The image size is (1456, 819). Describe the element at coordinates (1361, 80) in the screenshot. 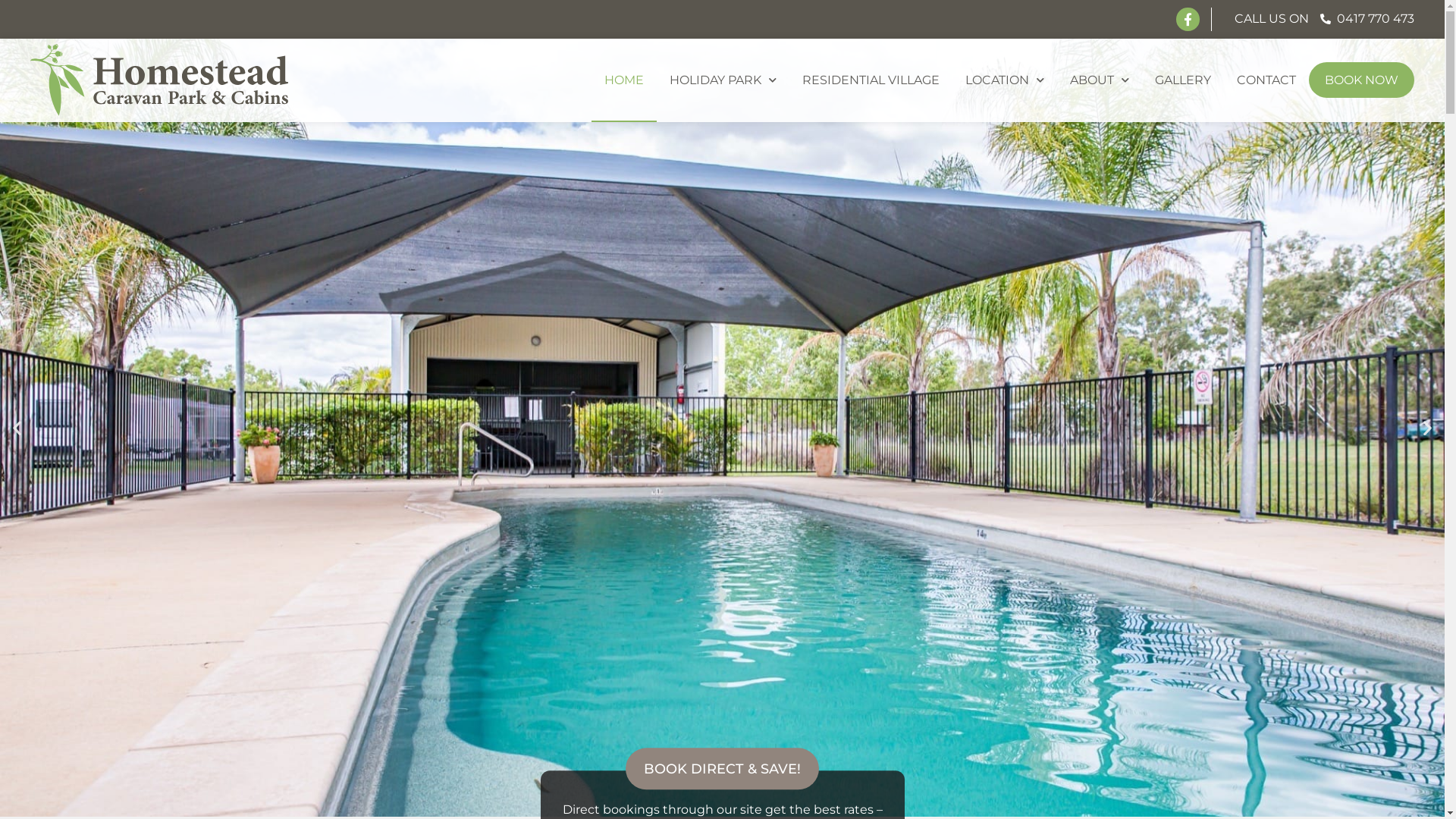

I see `'BOOK NOW'` at that location.